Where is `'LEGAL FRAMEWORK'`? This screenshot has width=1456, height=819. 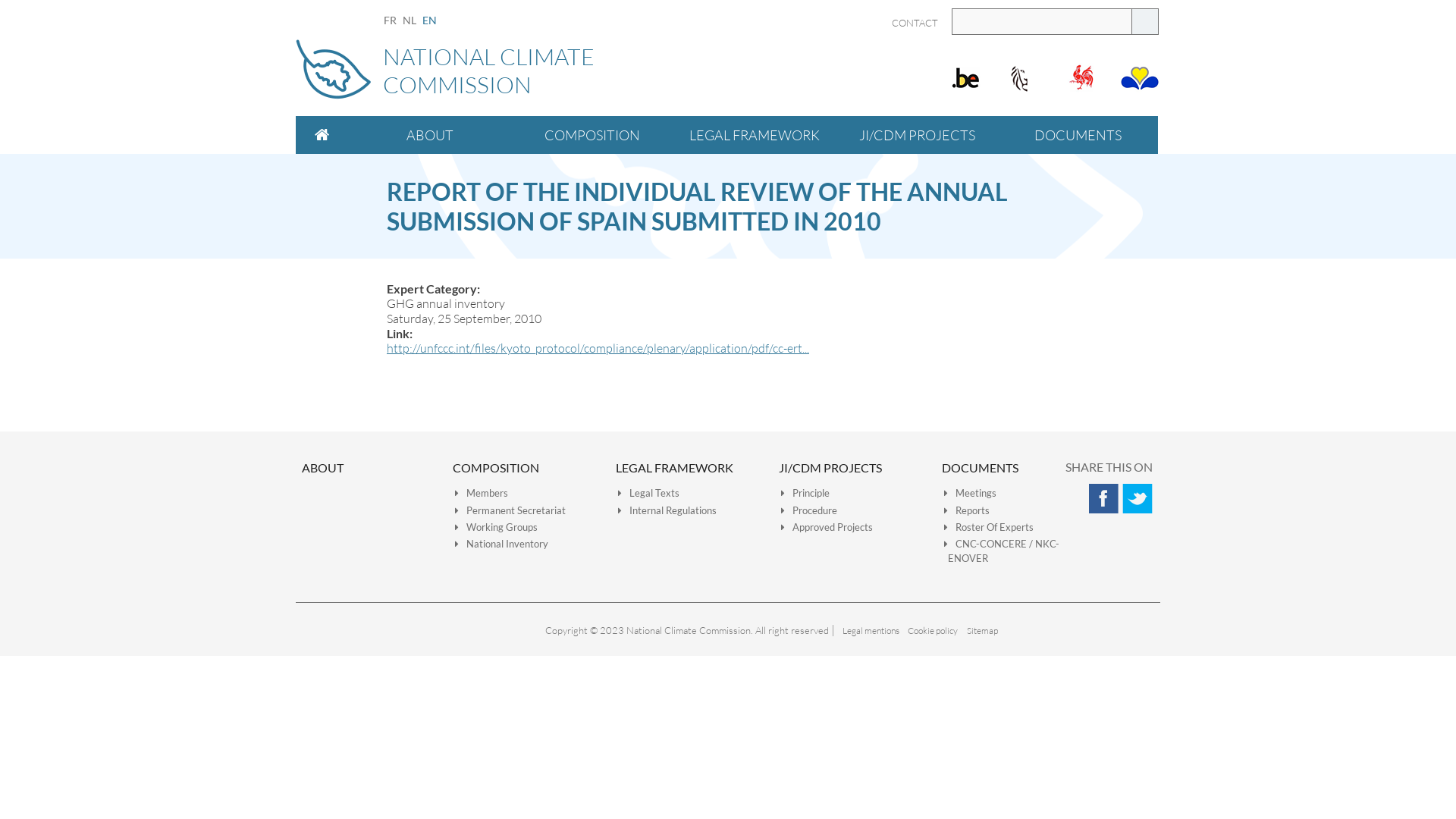
'LEGAL FRAMEWORK' is located at coordinates (754, 133).